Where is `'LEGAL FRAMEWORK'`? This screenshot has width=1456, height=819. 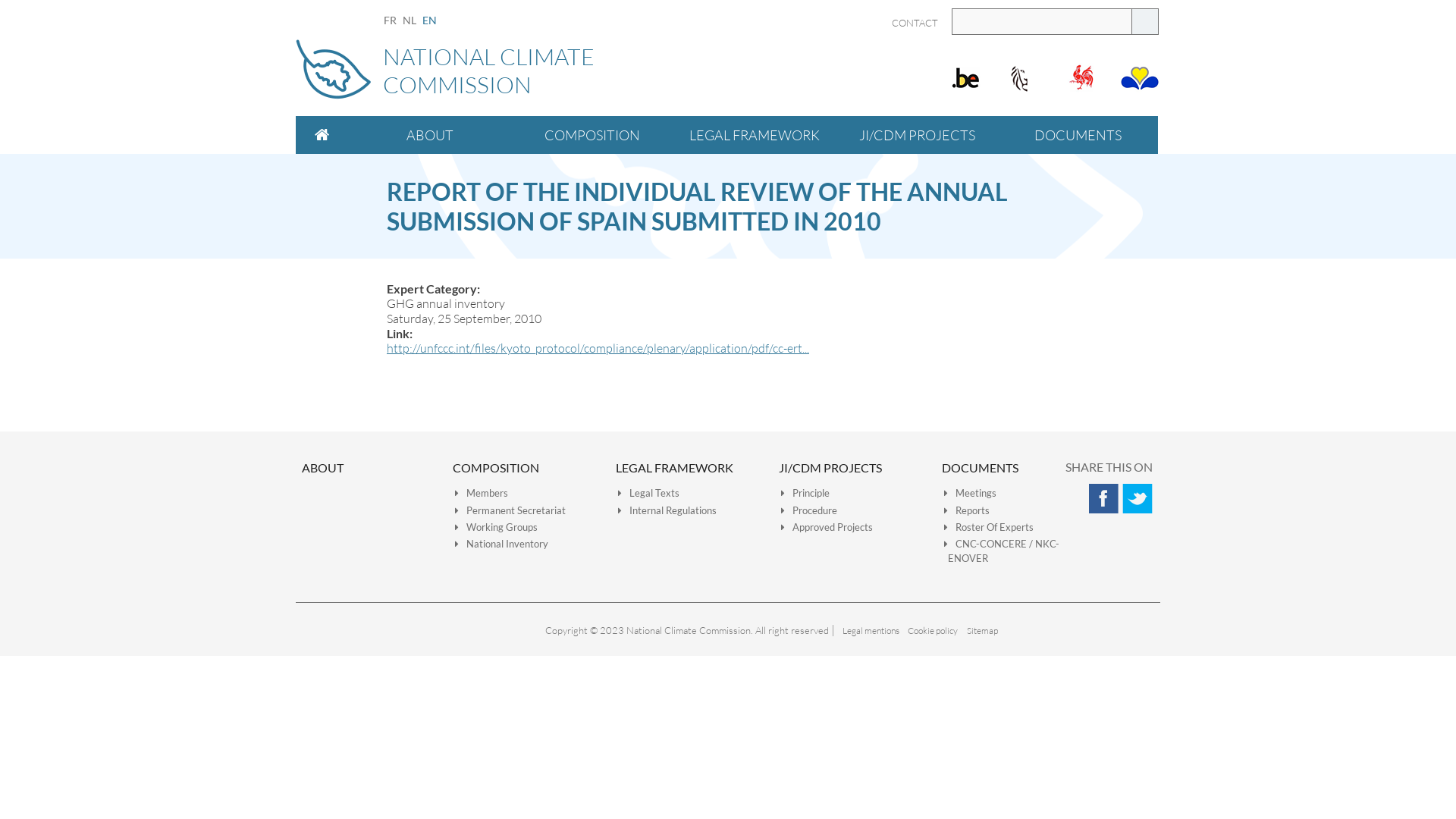
'LEGAL FRAMEWORK' is located at coordinates (754, 133).